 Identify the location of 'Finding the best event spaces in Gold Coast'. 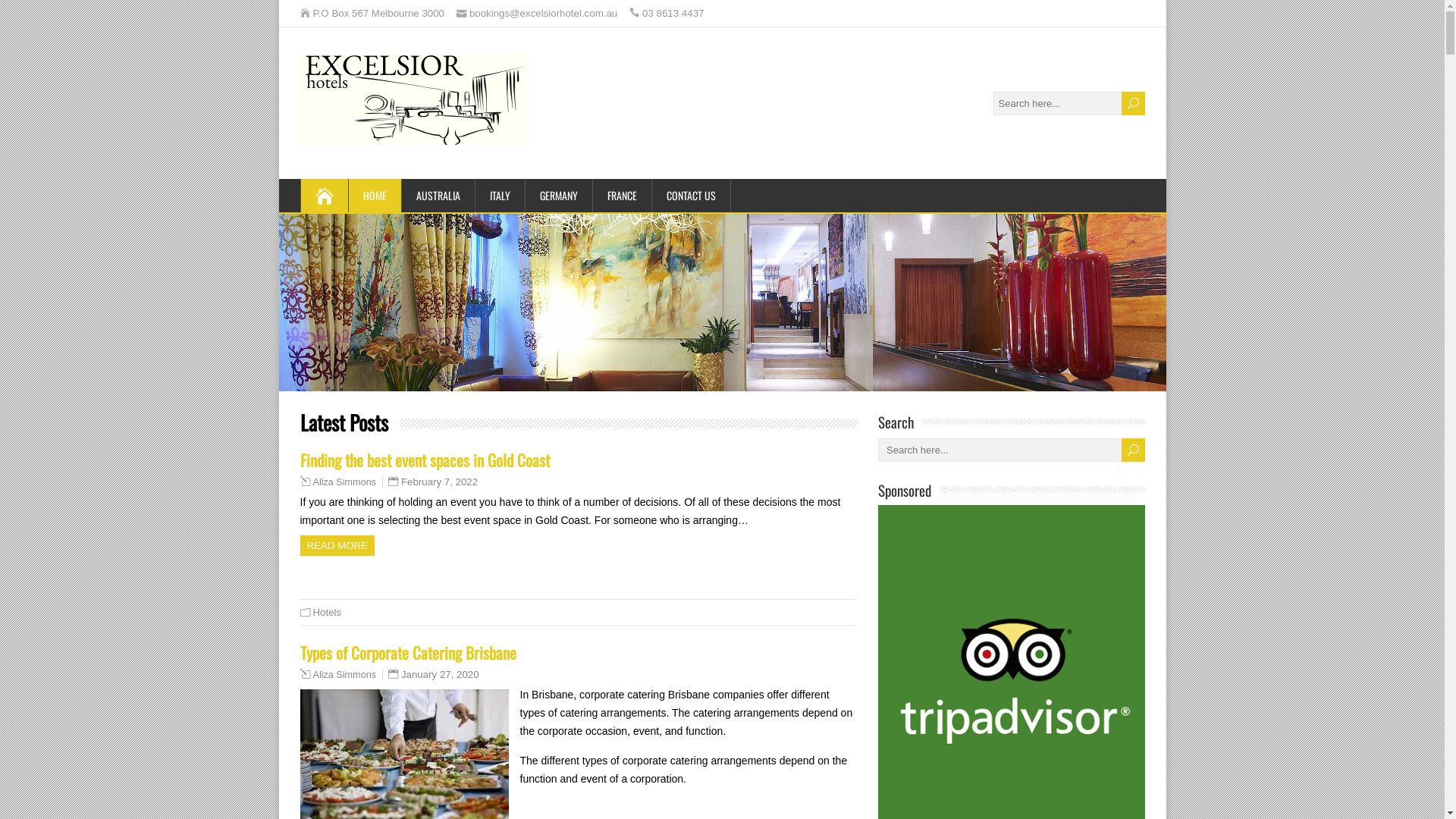
(425, 459).